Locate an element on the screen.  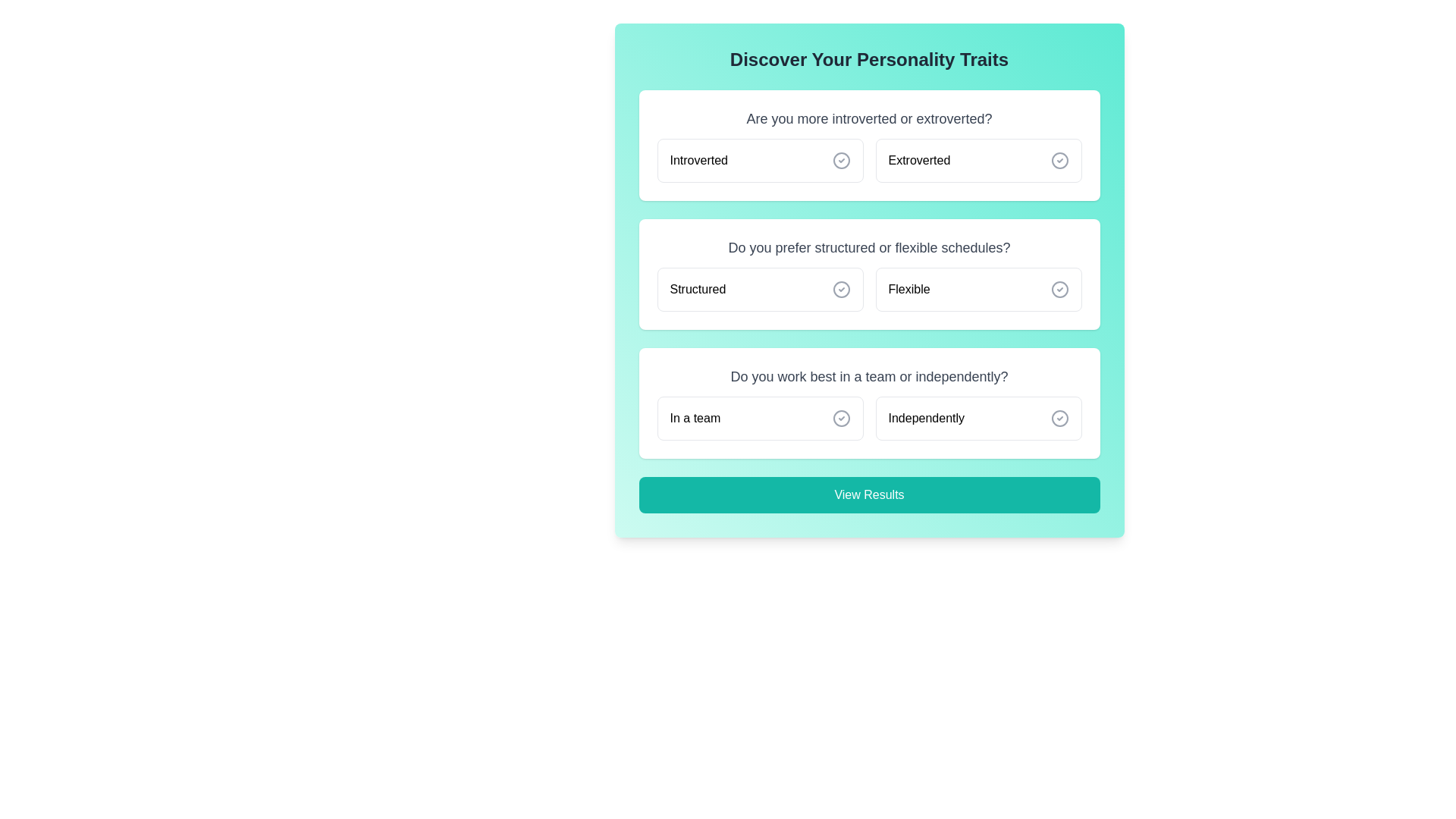
the 'Structured' text label, which is a part of the multiple-choice question in the survey, located in the second question block next to the circular selection control is located at coordinates (697, 289).